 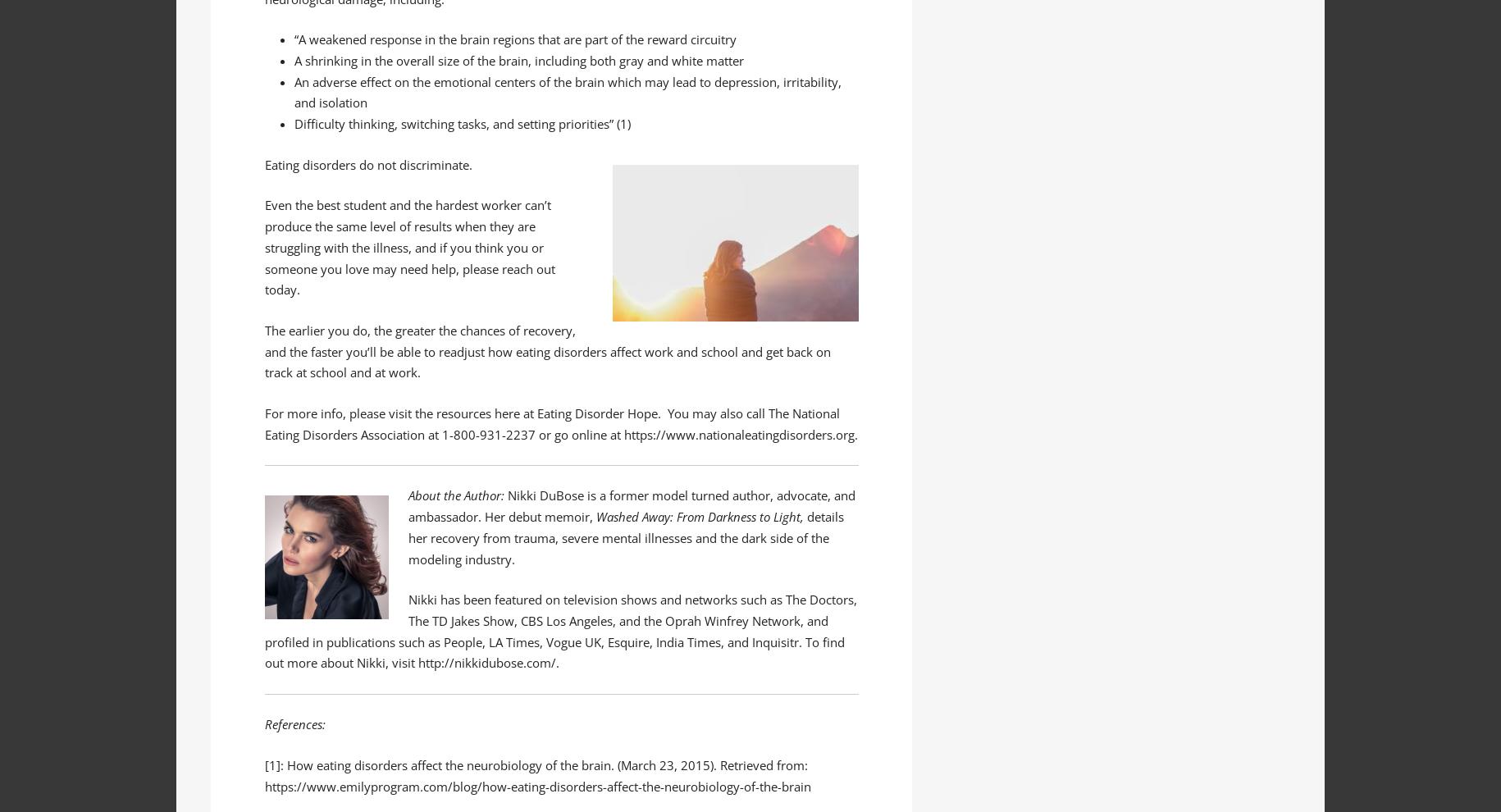 What do you see at coordinates (456, 494) in the screenshot?
I see `'About the Author:'` at bounding box center [456, 494].